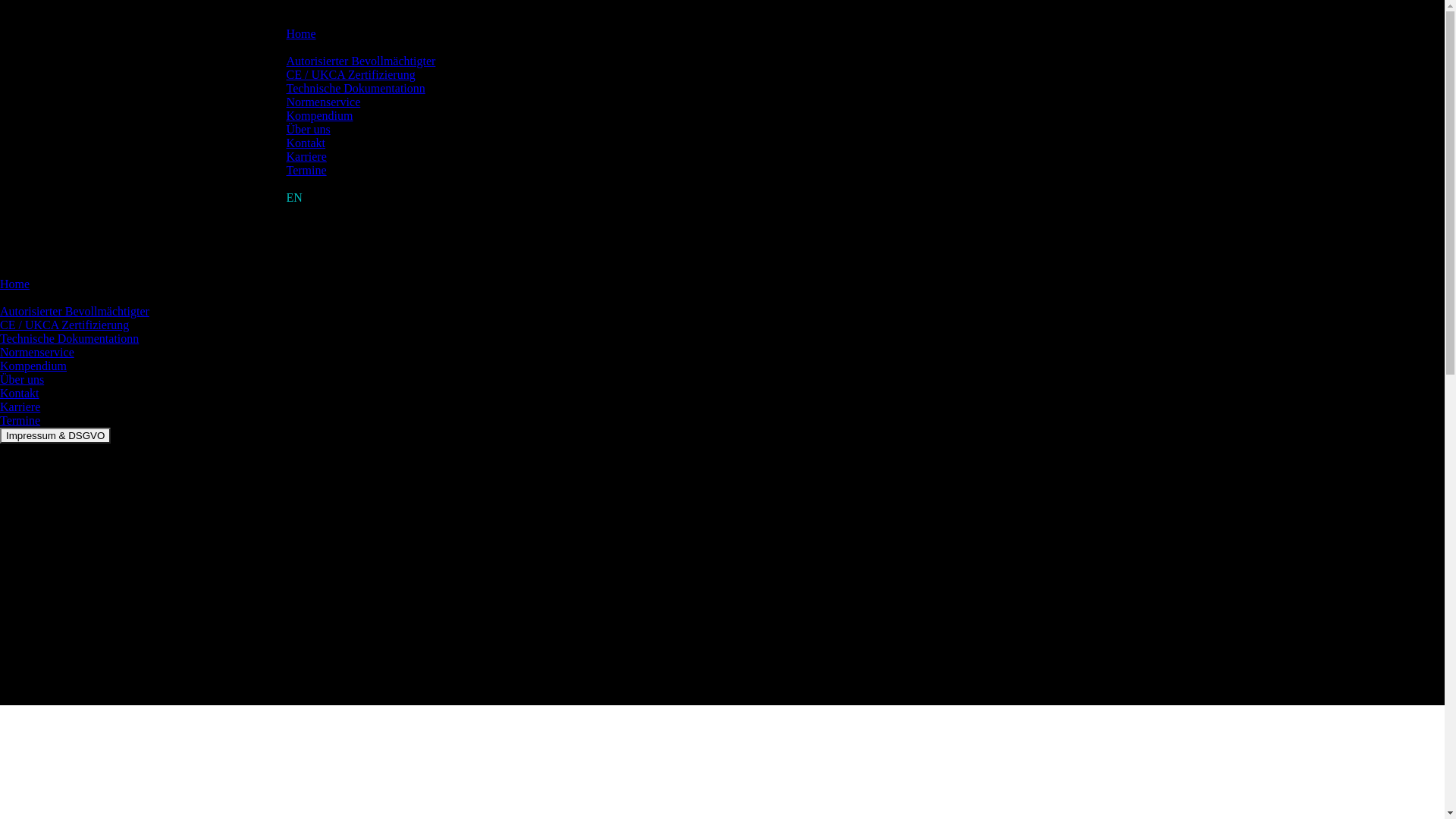 Image resolution: width=1456 pixels, height=819 pixels. I want to click on 'Karriere', so click(0, 406).